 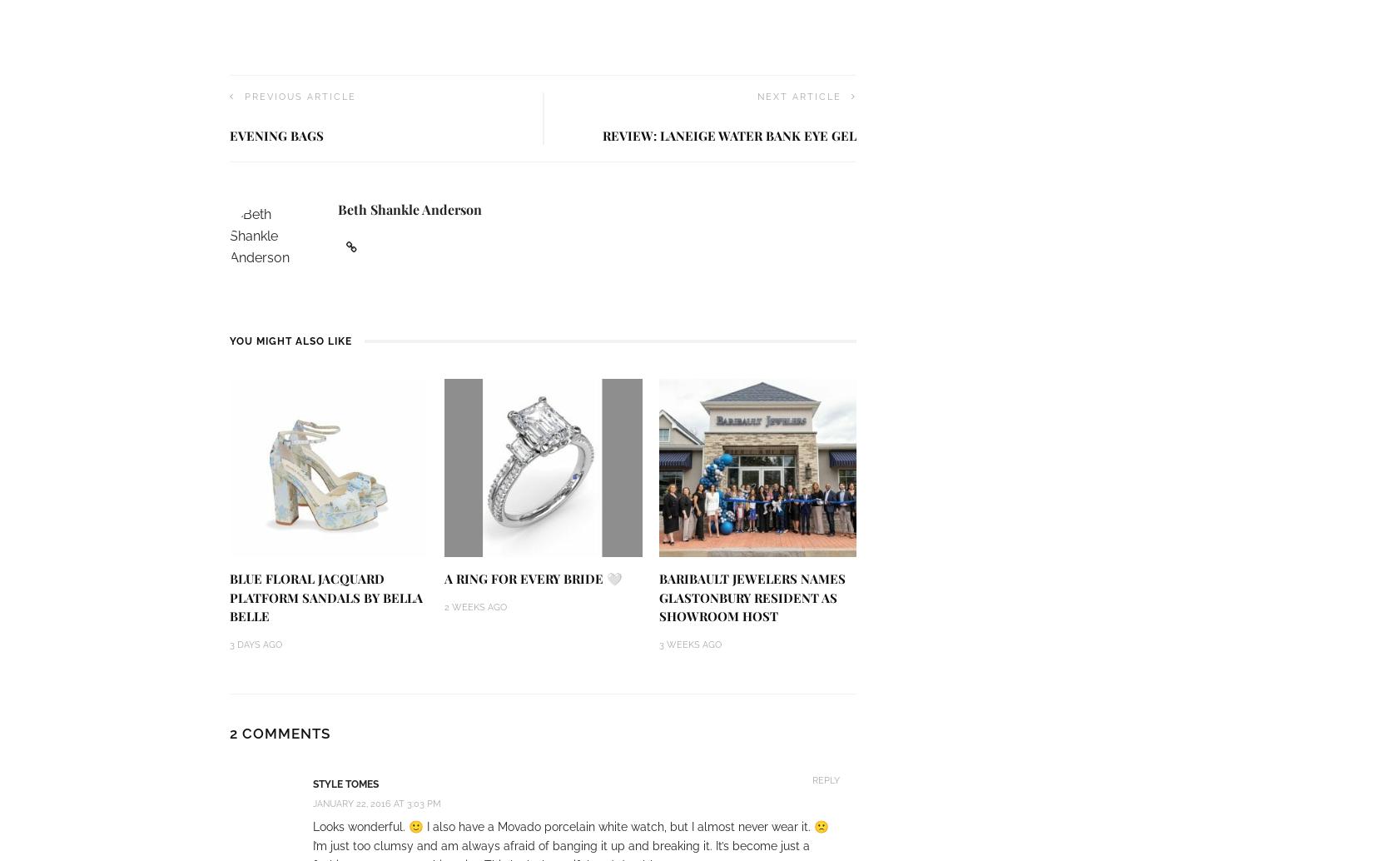 I want to click on 'previous article', so click(x=299, y=96).